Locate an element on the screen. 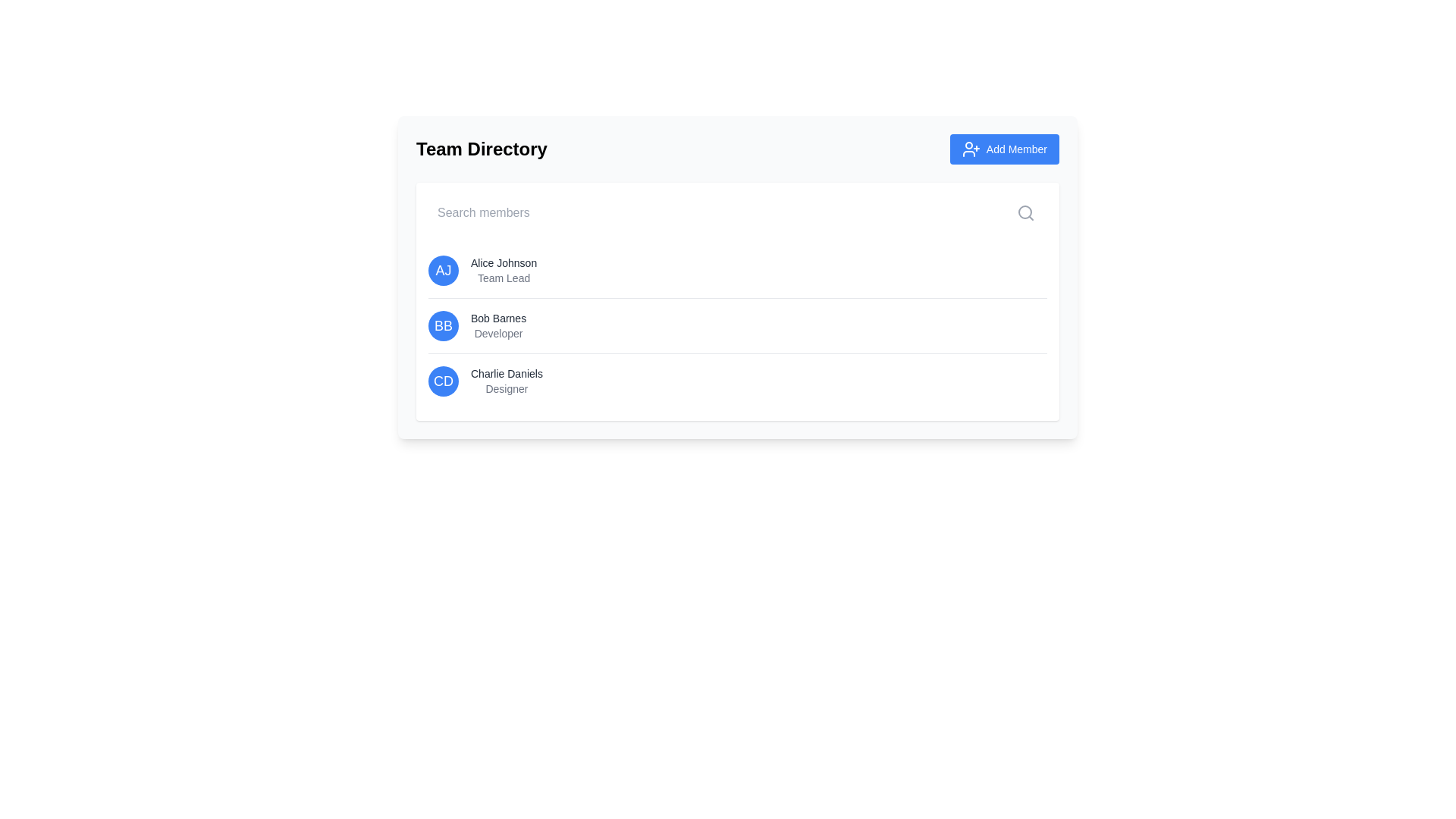 Image resolution: width=1456 pixels, height=819 pixels. the magnifying glass icon located on the far right inside the search bar is located at coordinates (1026, 213).